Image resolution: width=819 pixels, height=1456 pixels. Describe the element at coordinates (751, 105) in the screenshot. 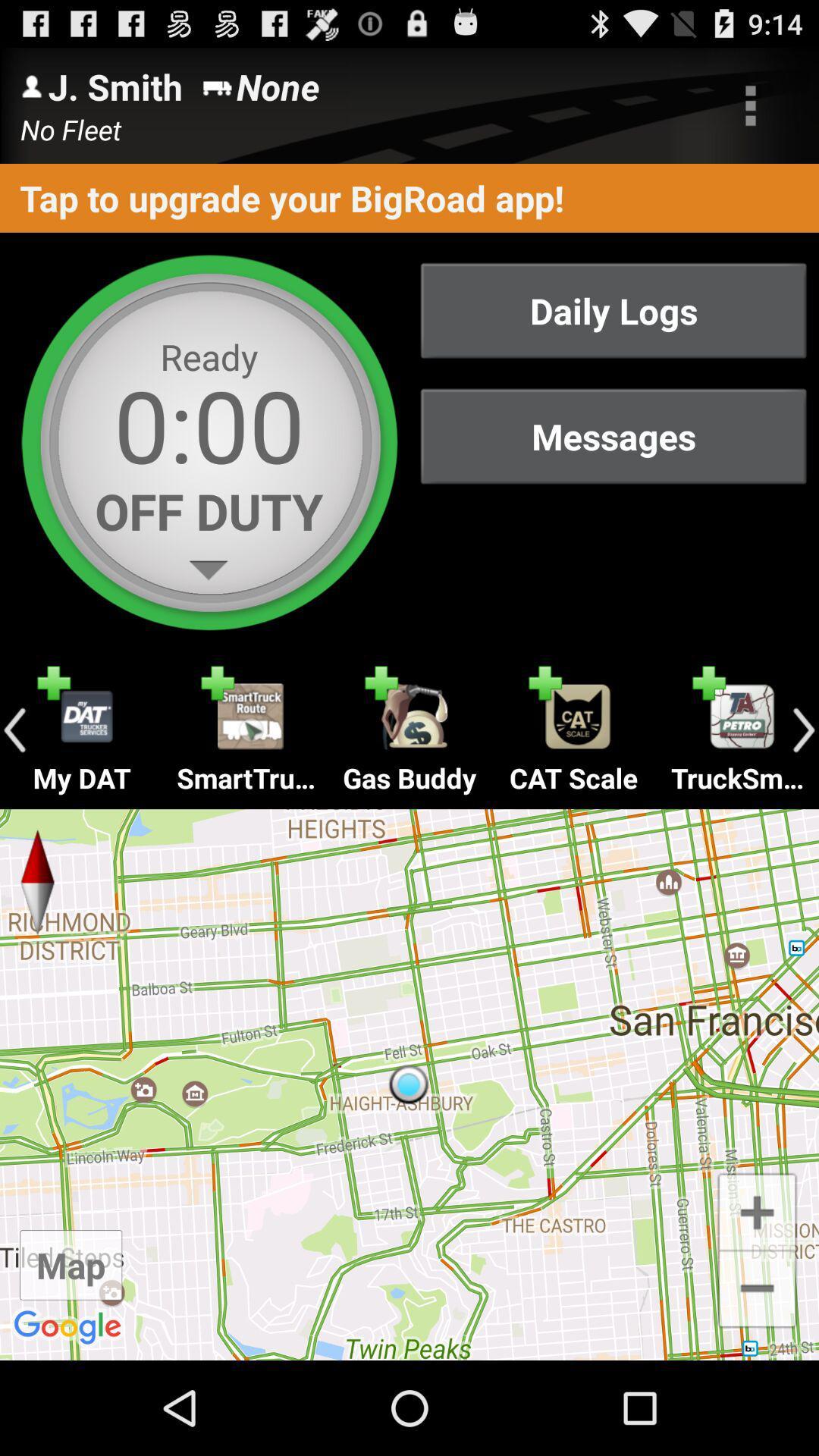

I see `the item above the tap to upgrade item` at that location.